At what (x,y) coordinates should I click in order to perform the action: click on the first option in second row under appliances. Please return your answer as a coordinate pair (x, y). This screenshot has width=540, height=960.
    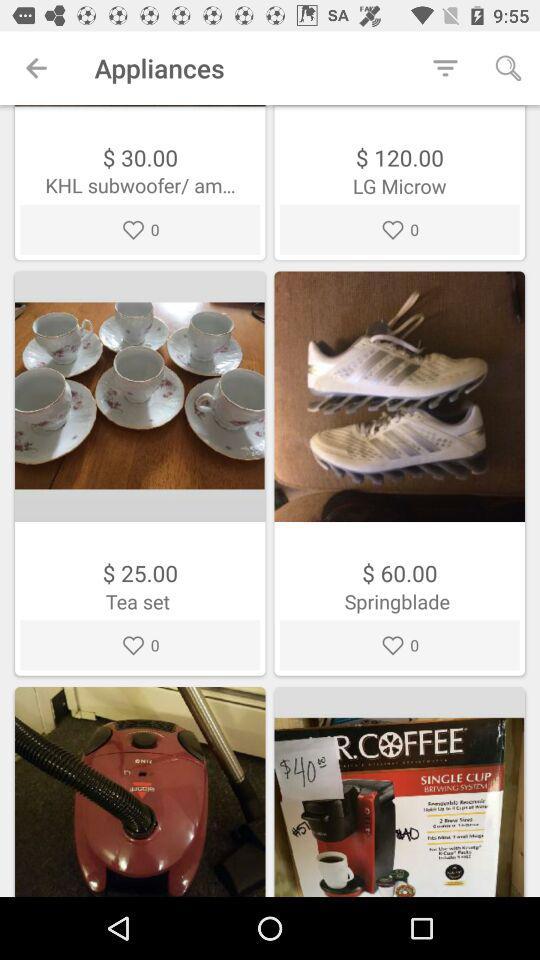
    Looking at the image, I should click on (139, 473).